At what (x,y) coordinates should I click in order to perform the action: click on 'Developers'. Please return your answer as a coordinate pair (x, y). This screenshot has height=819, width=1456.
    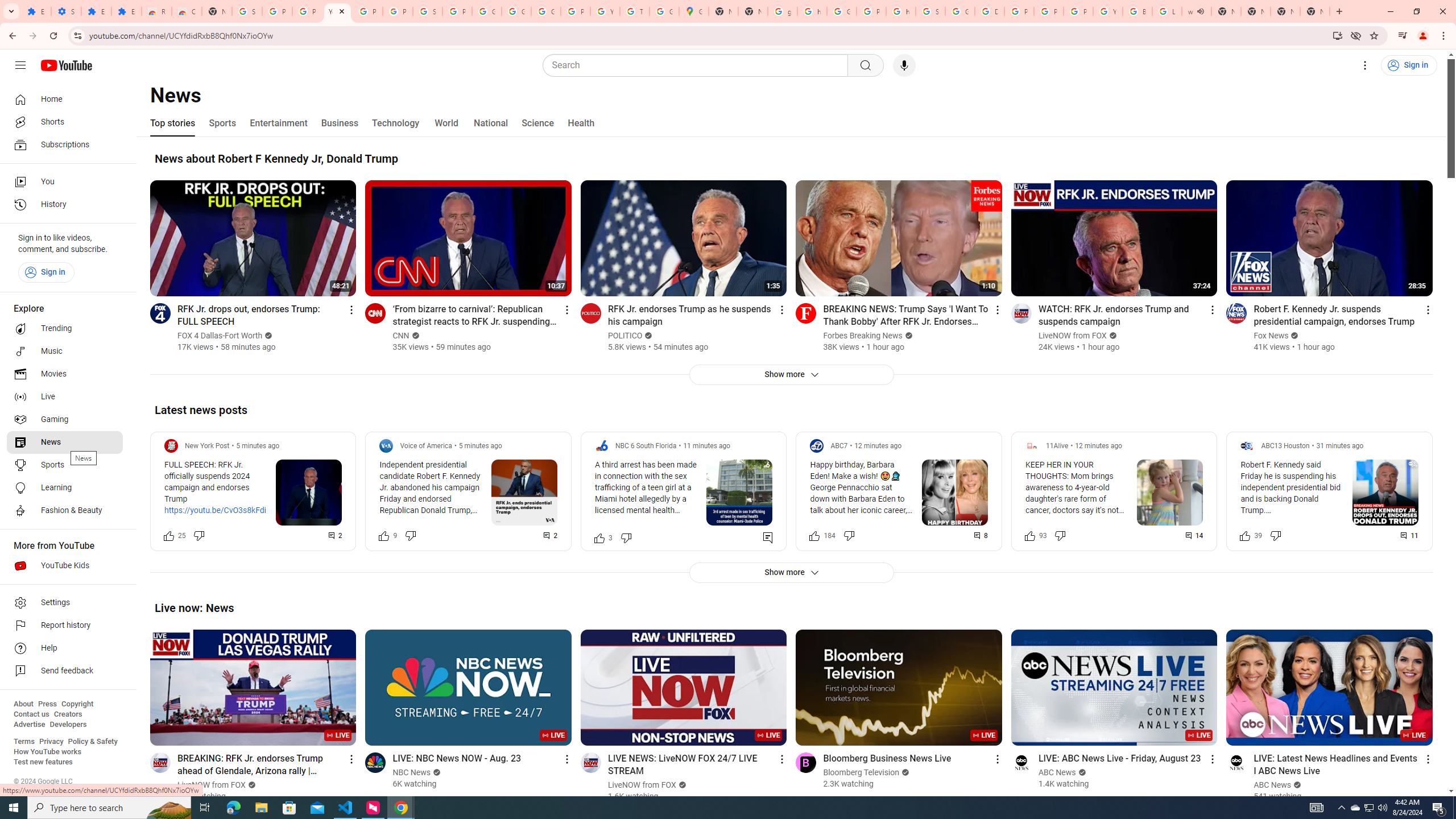
    Looking at the image, I should click on (68, 723).